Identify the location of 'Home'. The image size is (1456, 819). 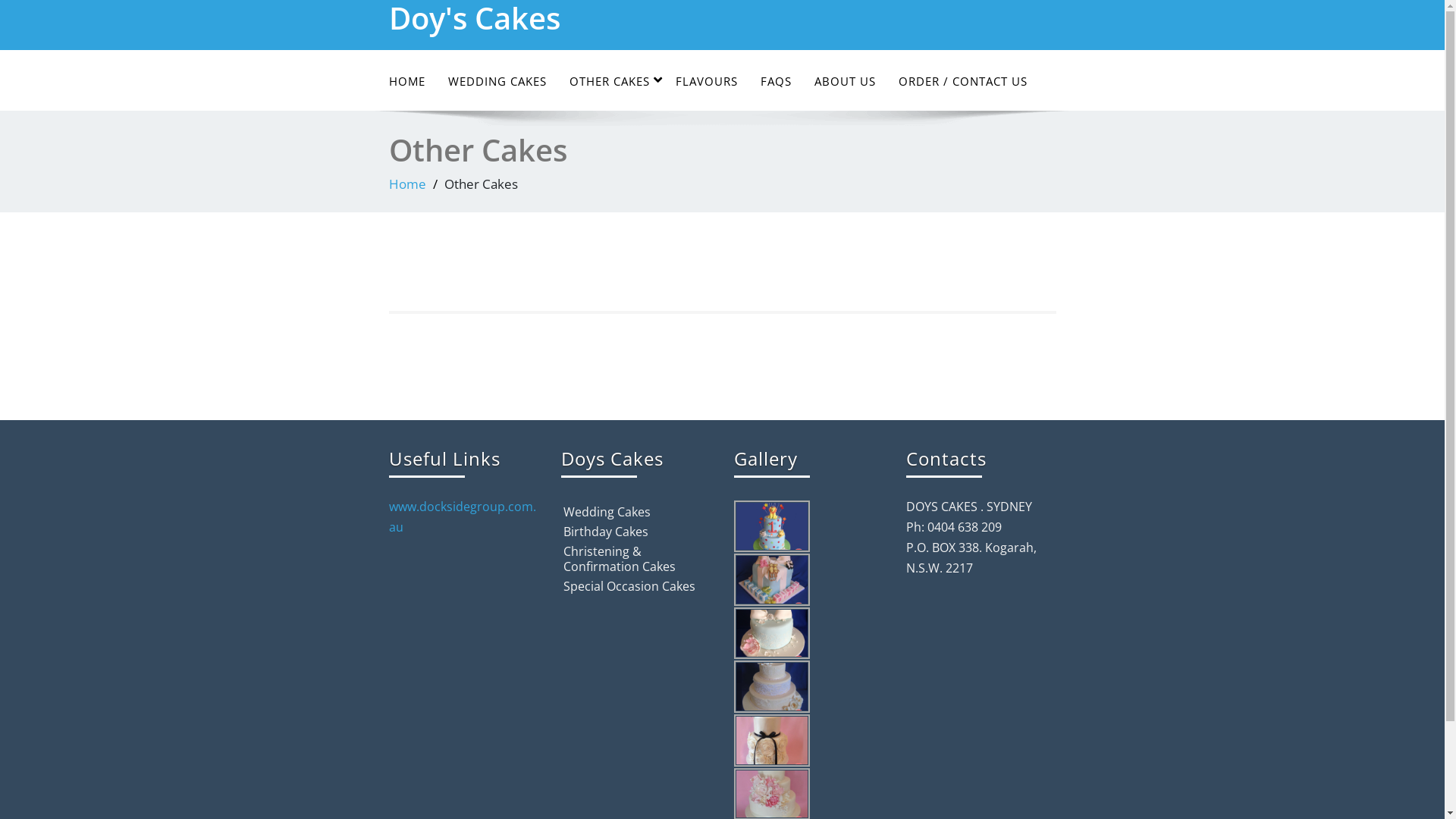
(406, 183).